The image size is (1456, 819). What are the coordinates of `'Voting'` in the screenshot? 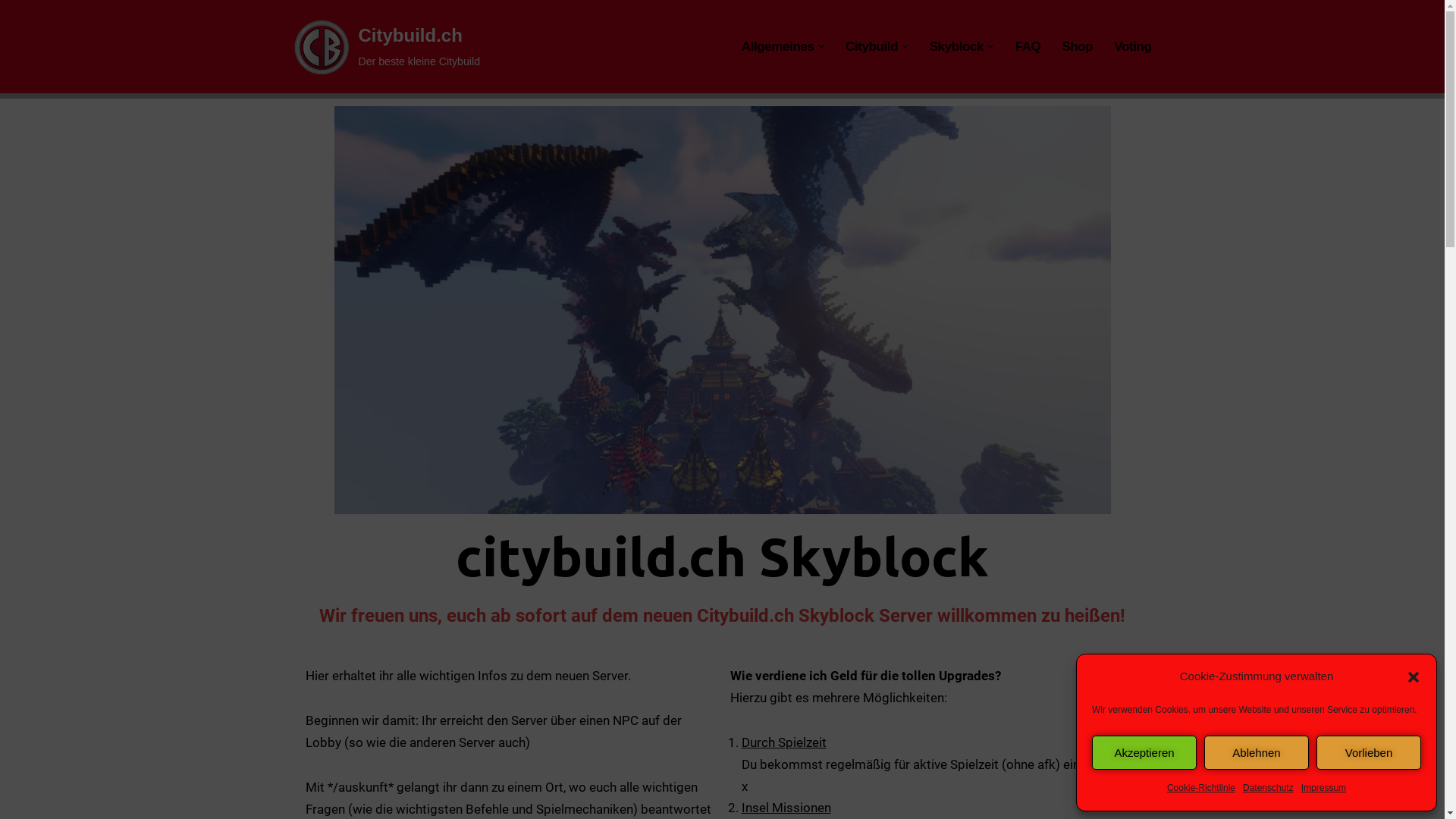 It's located at (1132, 45).